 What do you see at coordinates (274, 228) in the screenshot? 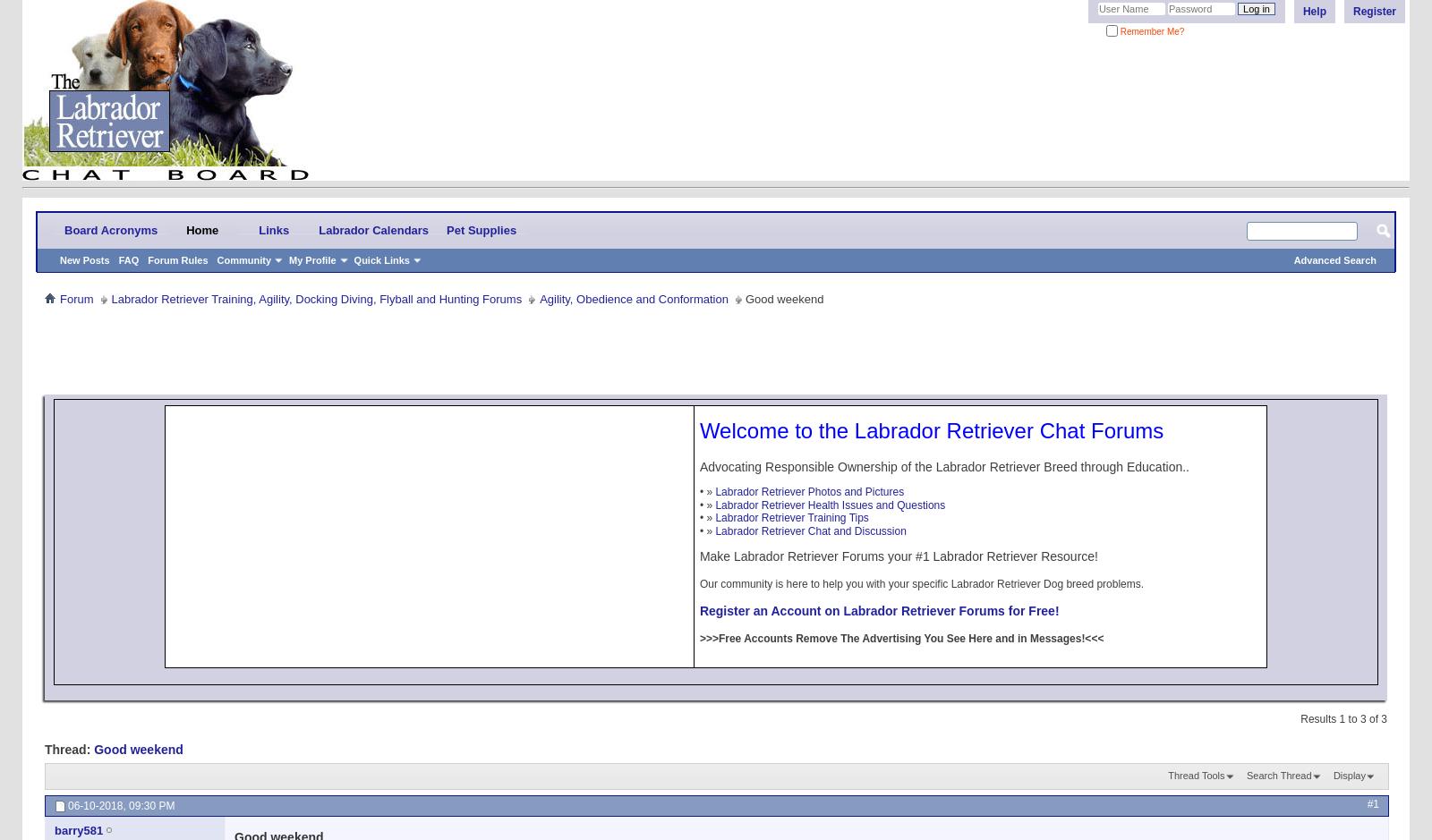
I see `'Links'` at bounding box center [274, 228].